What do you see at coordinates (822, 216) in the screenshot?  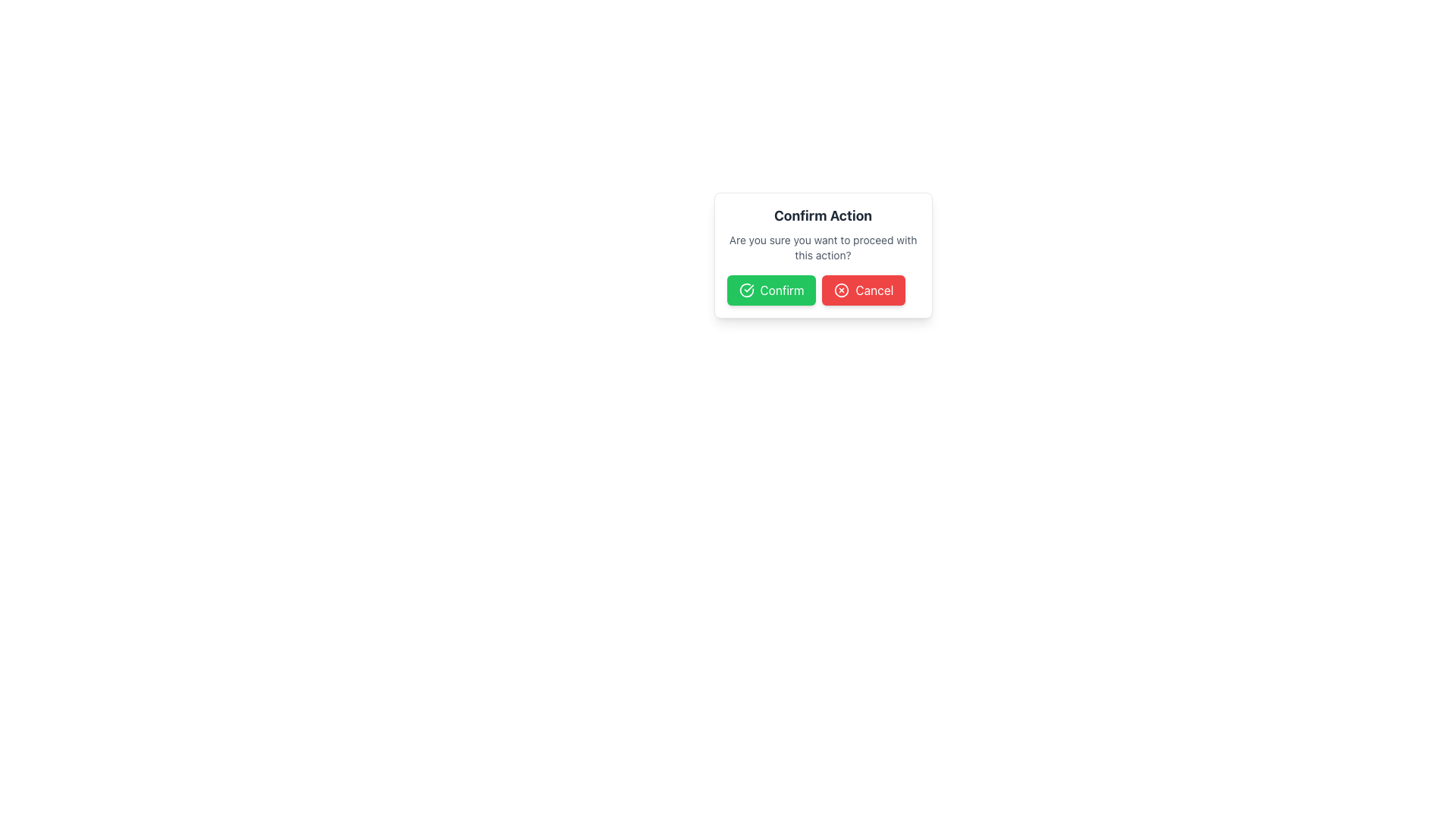 I see `the title text label in the modal dialog that confirms an action, which is positioned at the top of the white modal window` at bounding box center [822, 216].